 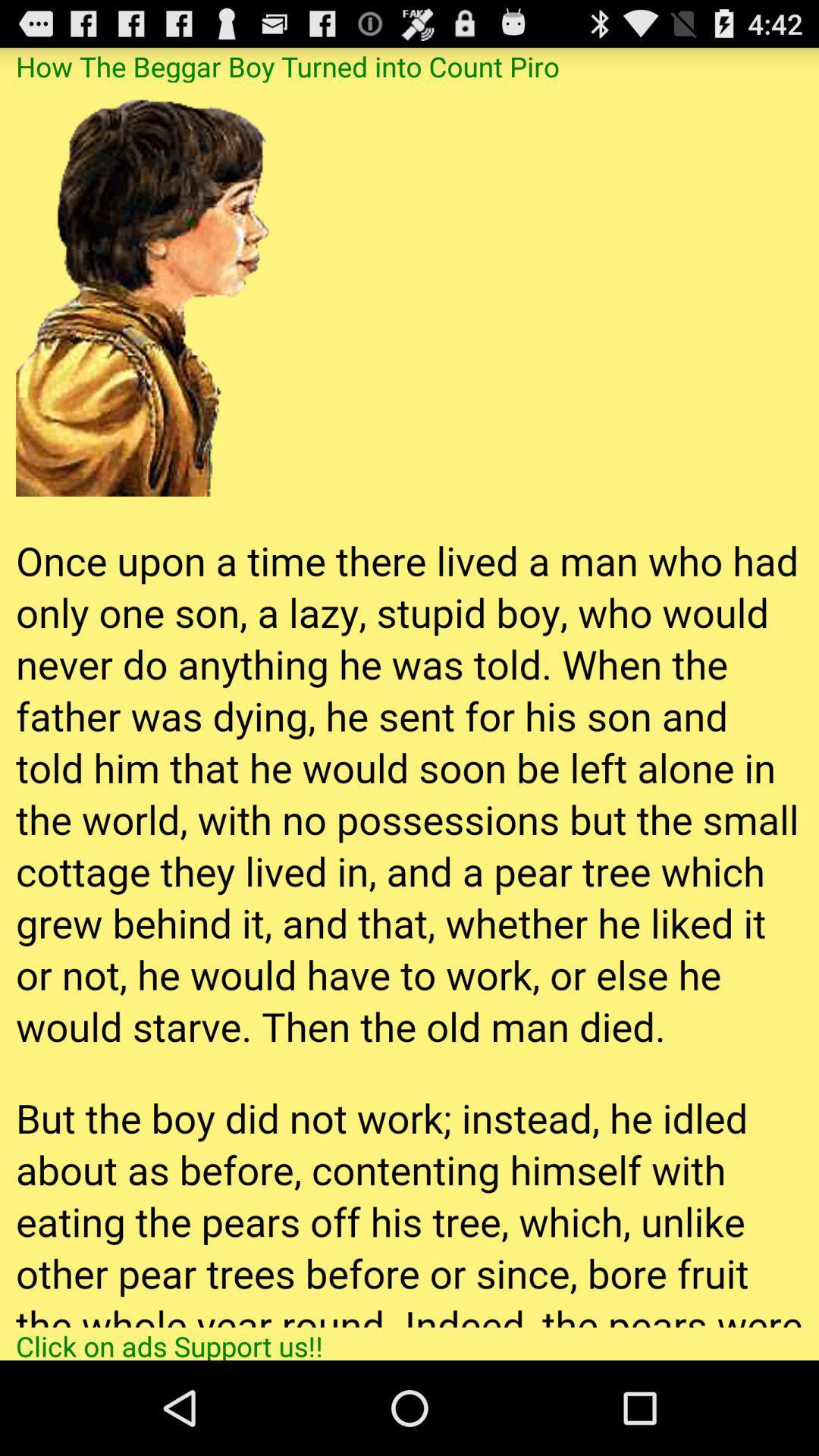 I want to click on the icon above click on ads icon, so click(x=409, y=704).